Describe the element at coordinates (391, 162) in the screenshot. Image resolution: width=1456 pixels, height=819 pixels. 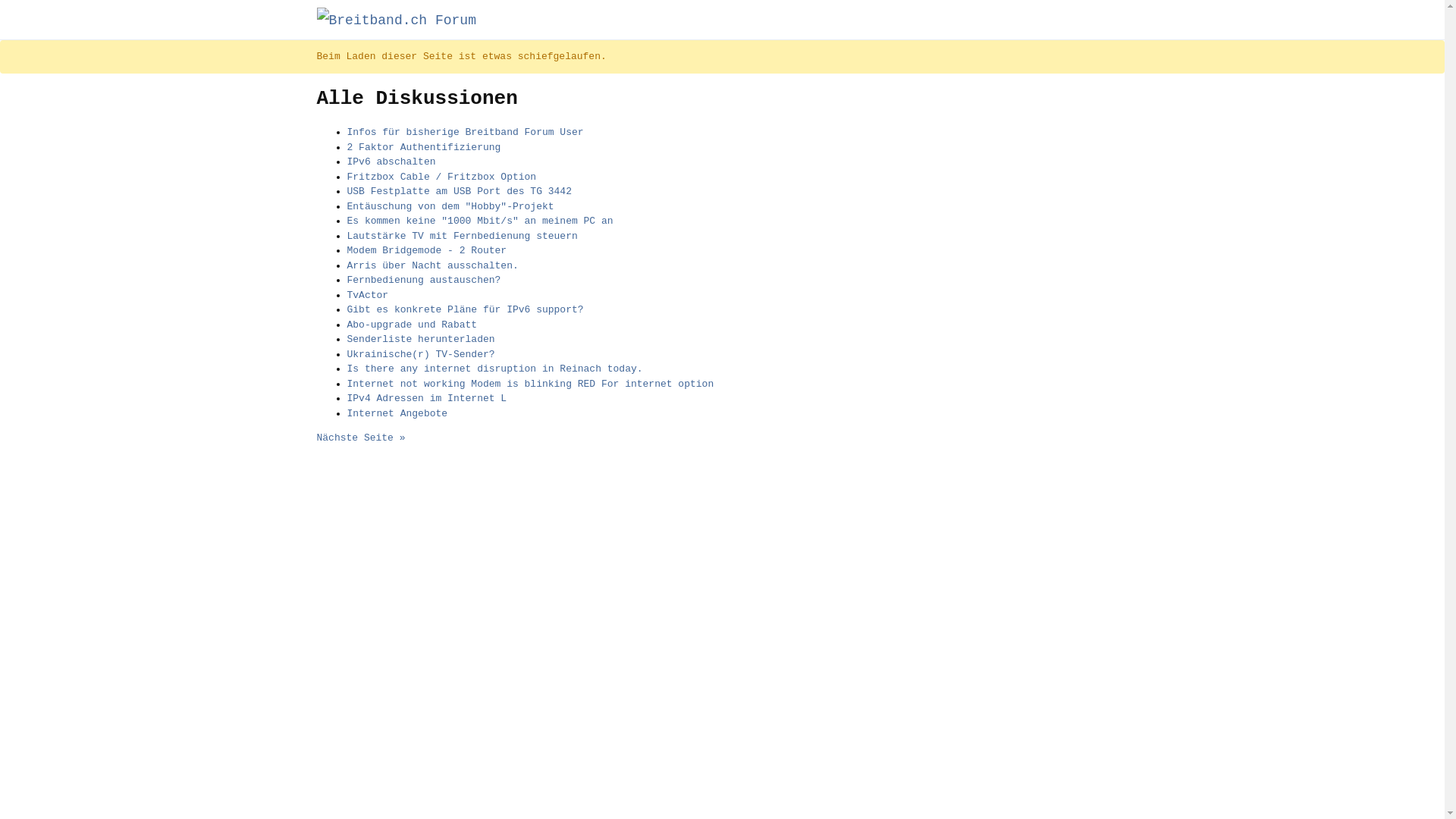
I see `'IPv6 abschalten'` at that location.